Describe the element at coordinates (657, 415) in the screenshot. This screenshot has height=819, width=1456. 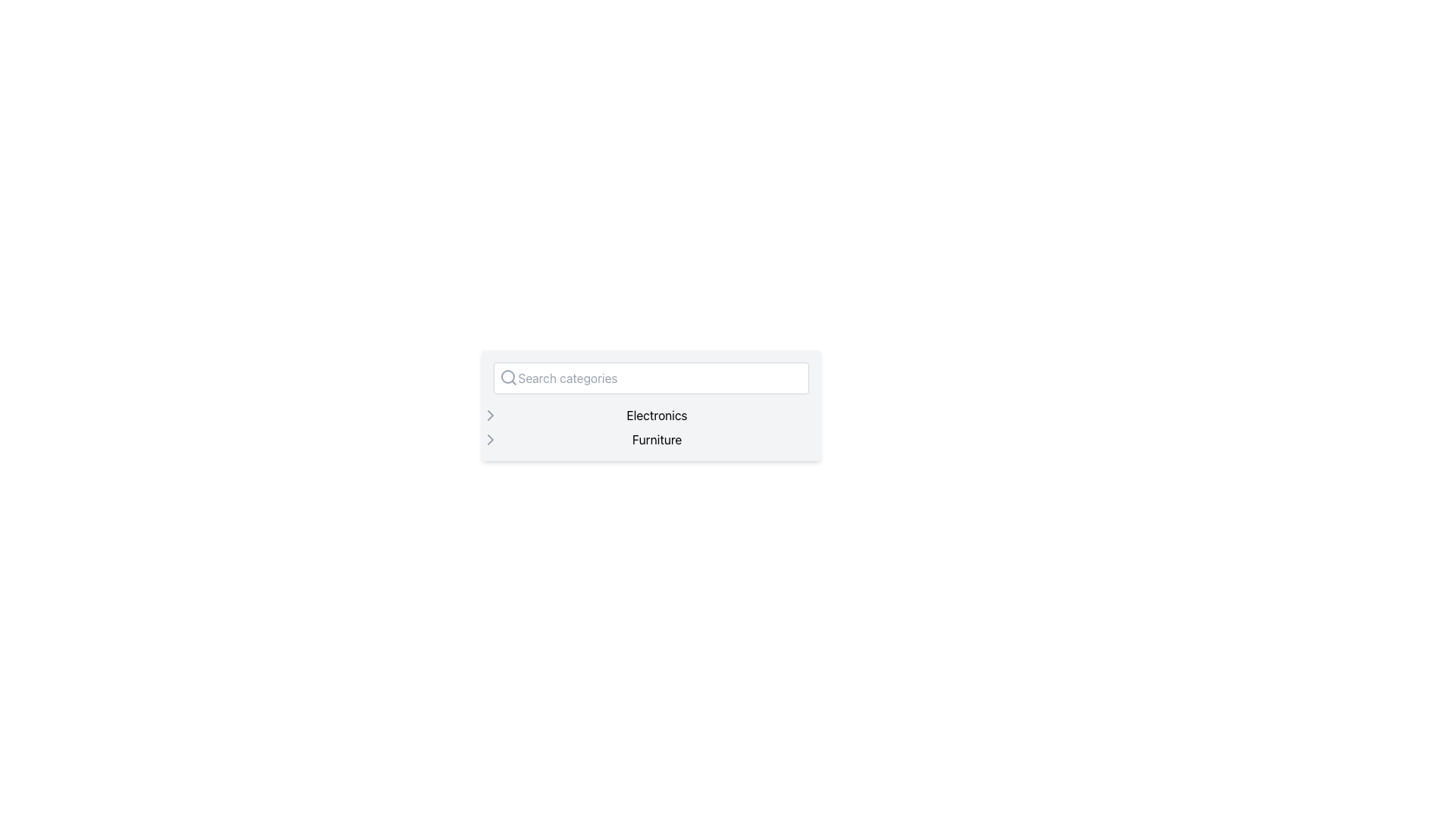
I see `the 'Electronics' category label in the menu to enable interaction` at that location.